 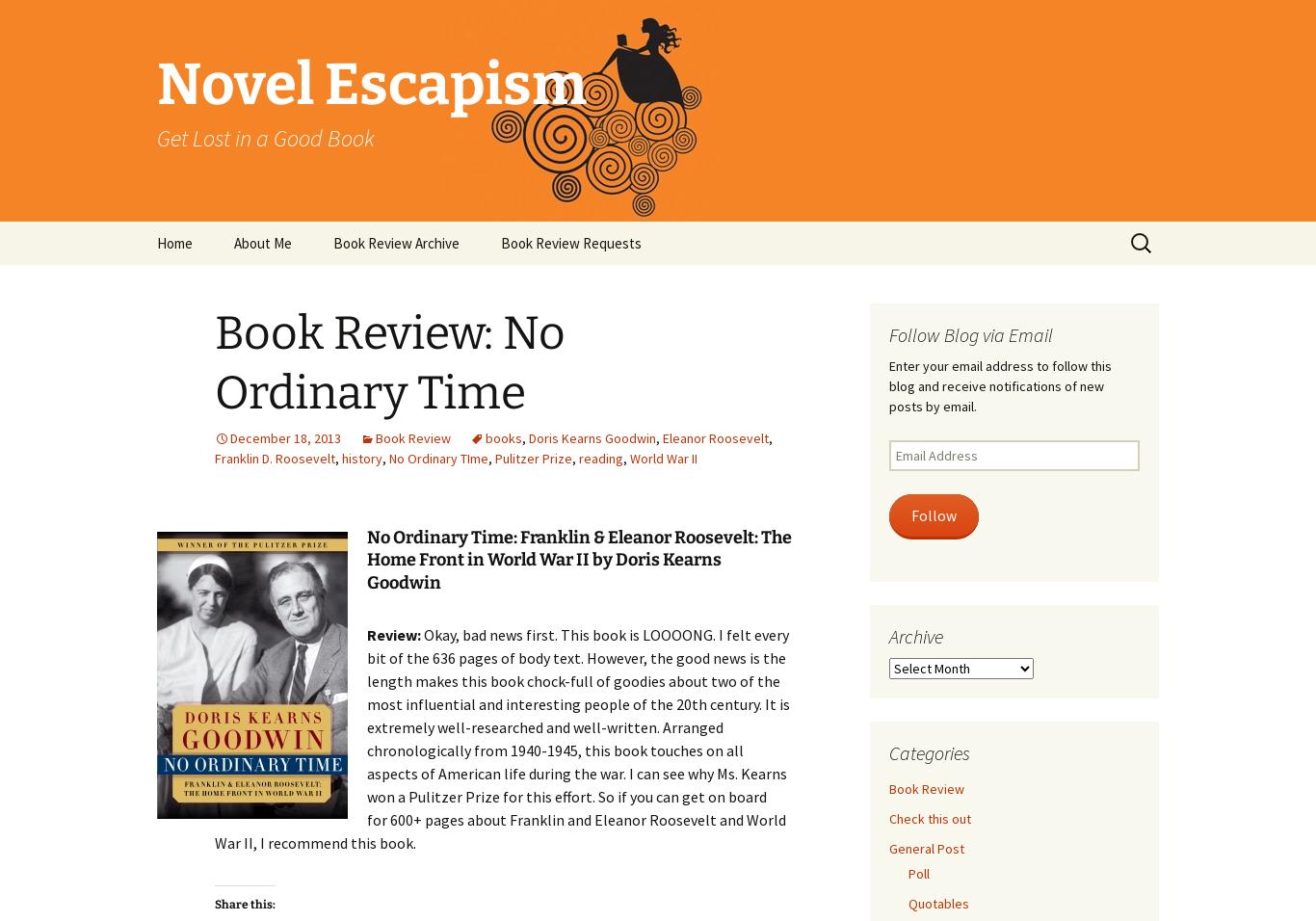 What do you see at coordinates (392, 634) in the screenshot?
I see `'Review:'` at bounding box center [392, 634].